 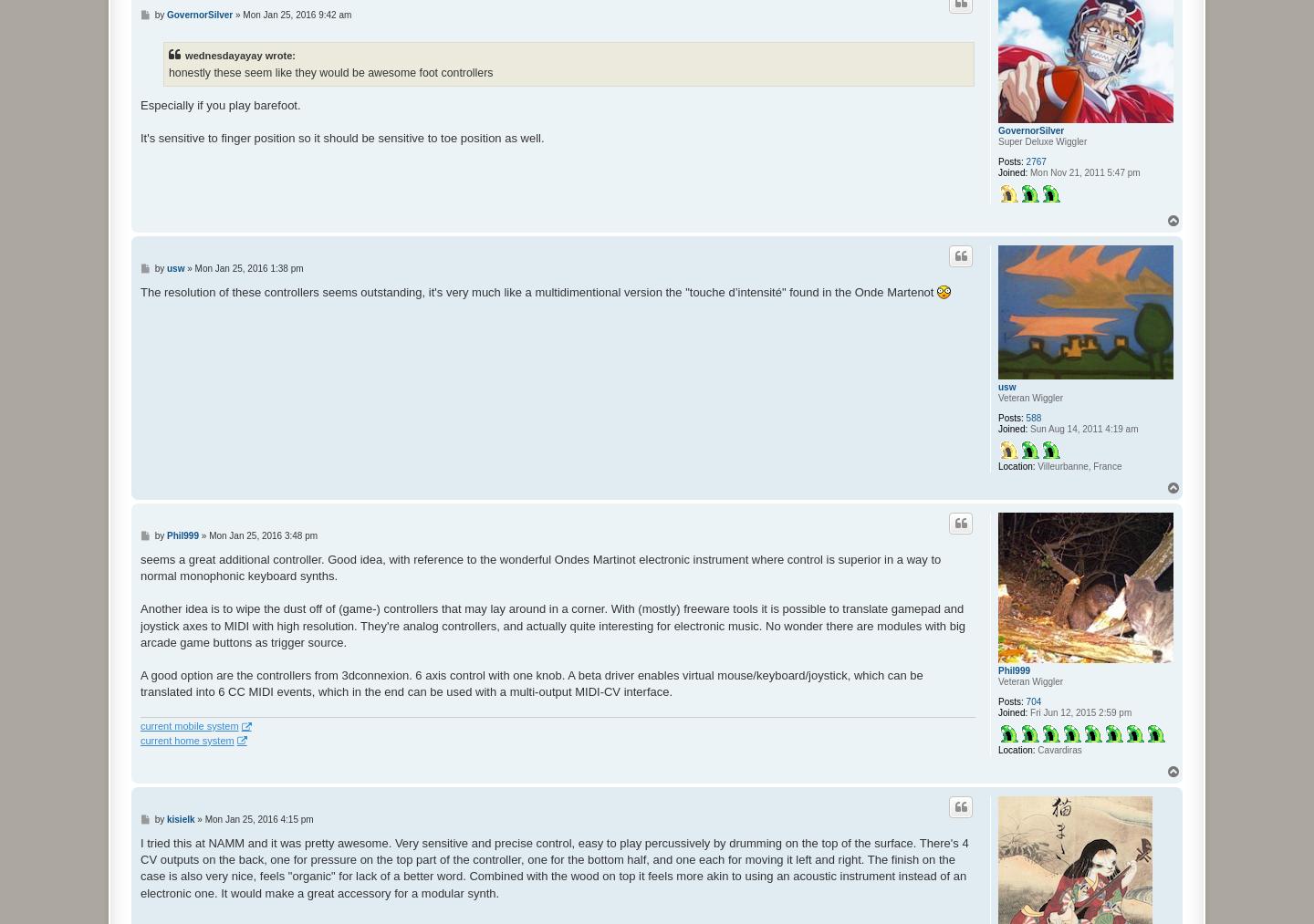 What do you see at coordinates (1078, 465) in the screenshot?
I see `'Villeurbanne, France'` at bounding box center [1078, 465].